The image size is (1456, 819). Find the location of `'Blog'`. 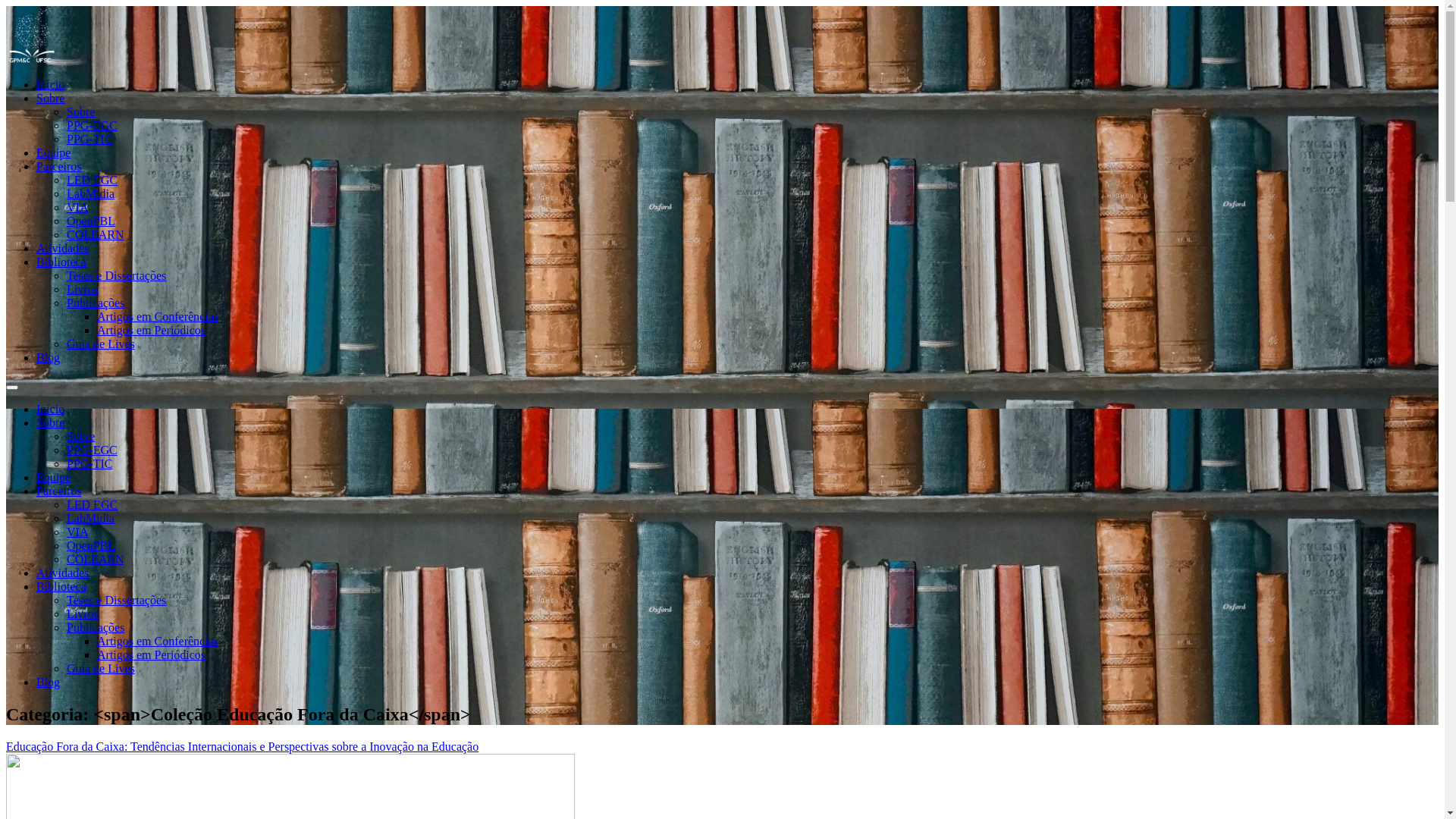

'Blog' is located at coordinates (48, 681).